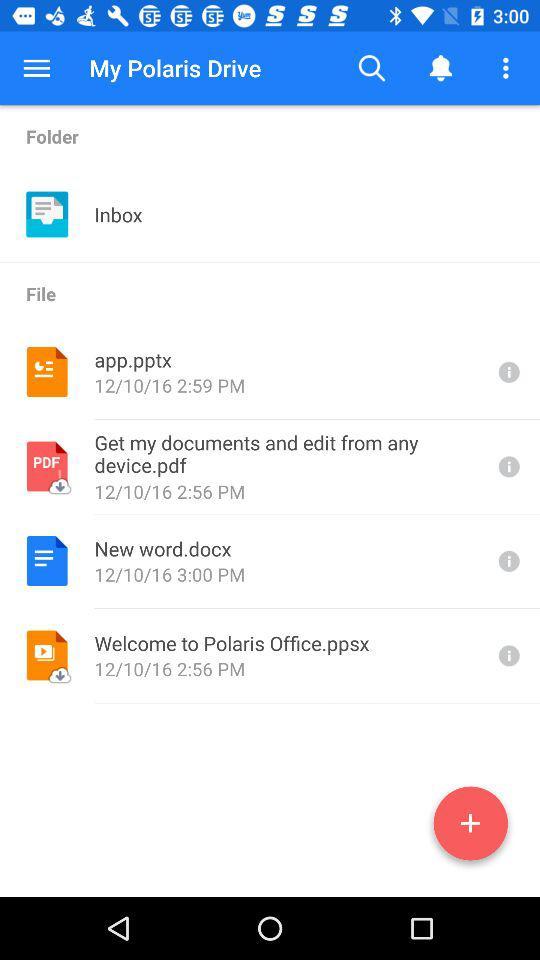 Image resolution: width=540 pixels, height=960 pixels. Describe the element at coordinates (470, 827) in the screenshot. I see `more` at that location.